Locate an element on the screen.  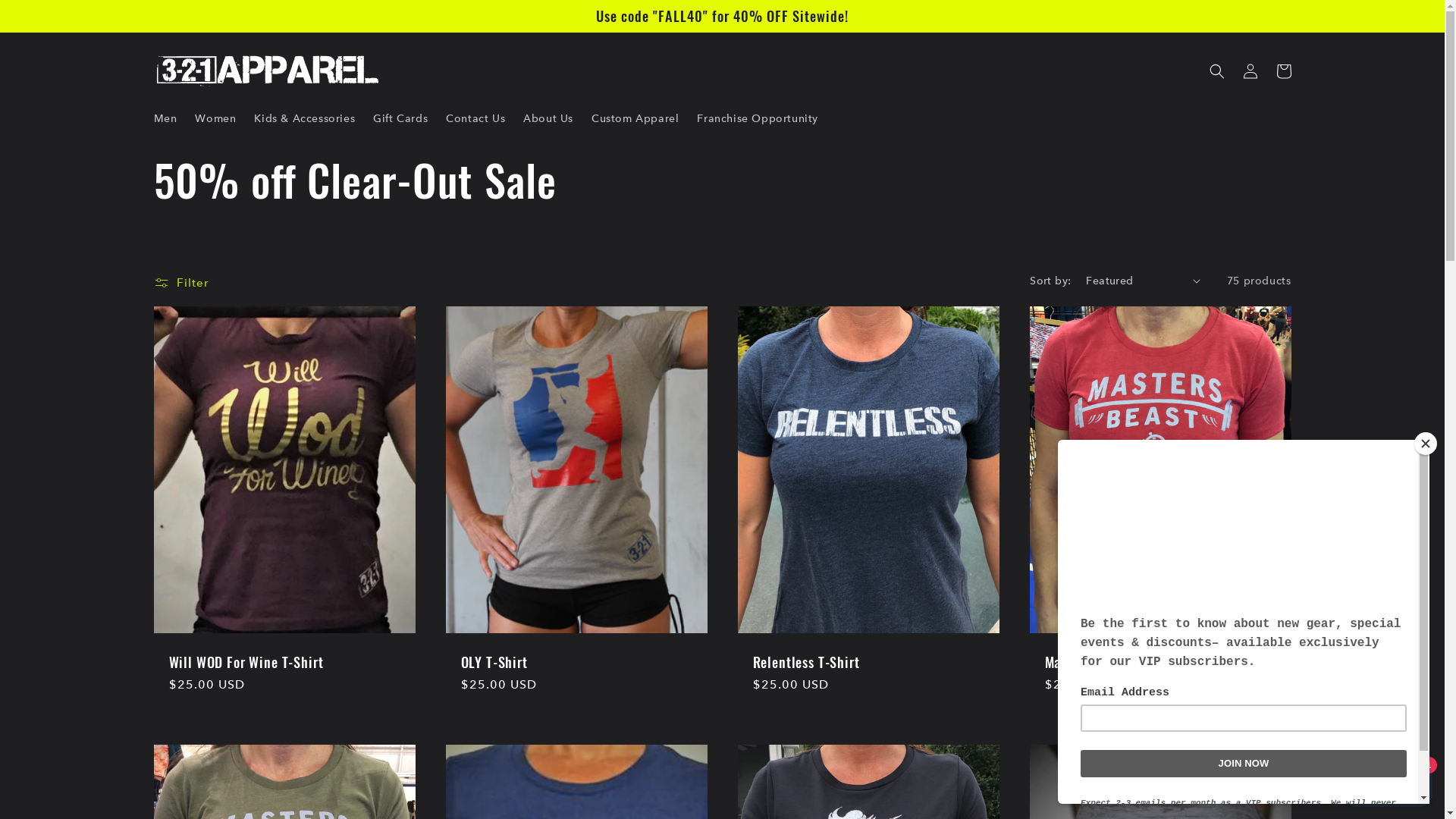
'Kids & Accessories' is located at coordinates (303, 117).